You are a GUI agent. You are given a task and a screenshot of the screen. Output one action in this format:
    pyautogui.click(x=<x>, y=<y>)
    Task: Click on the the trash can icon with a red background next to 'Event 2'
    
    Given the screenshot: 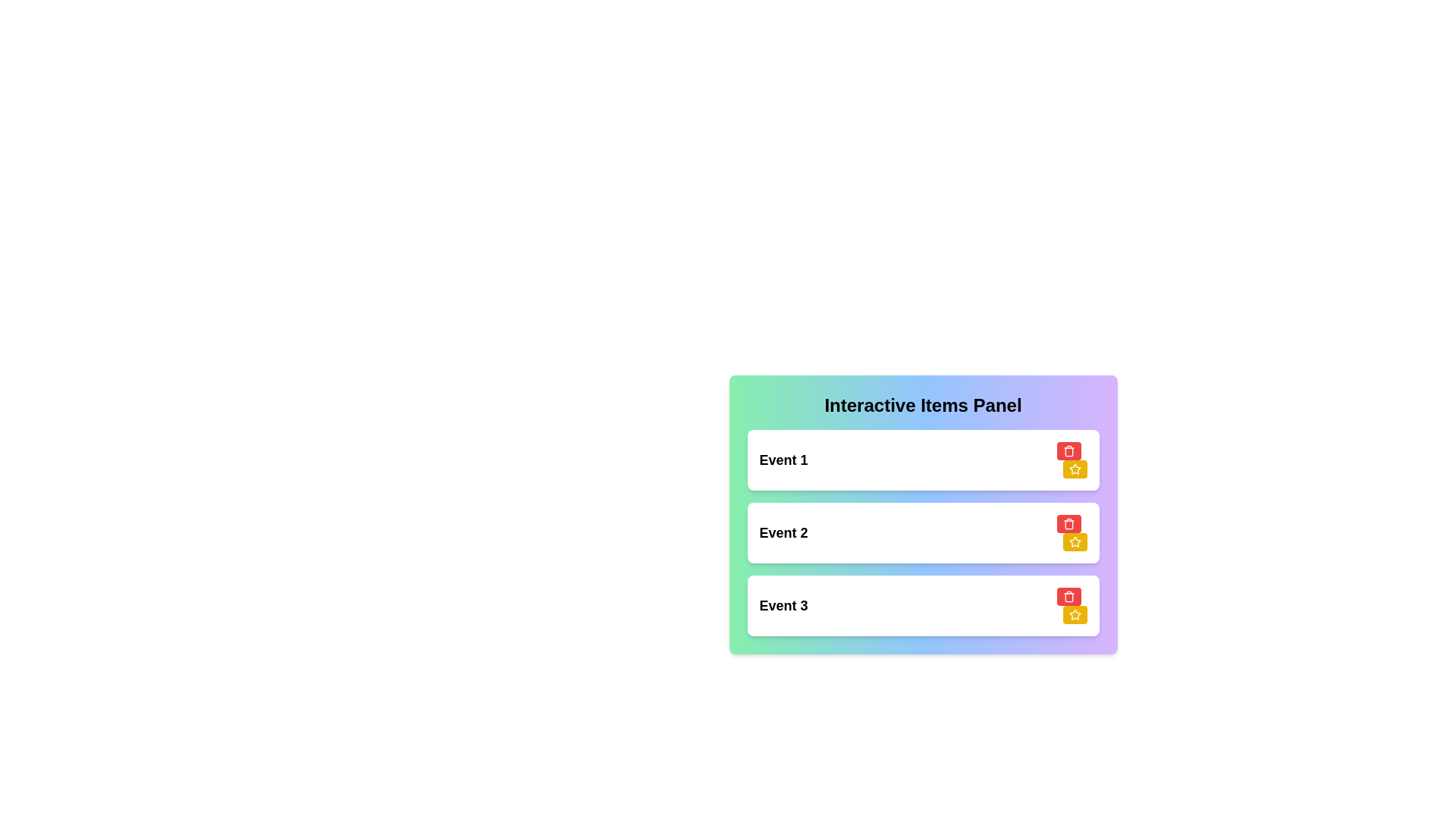 What is the action you would take?
    pyautogui.click(x=1068, y=522)
    